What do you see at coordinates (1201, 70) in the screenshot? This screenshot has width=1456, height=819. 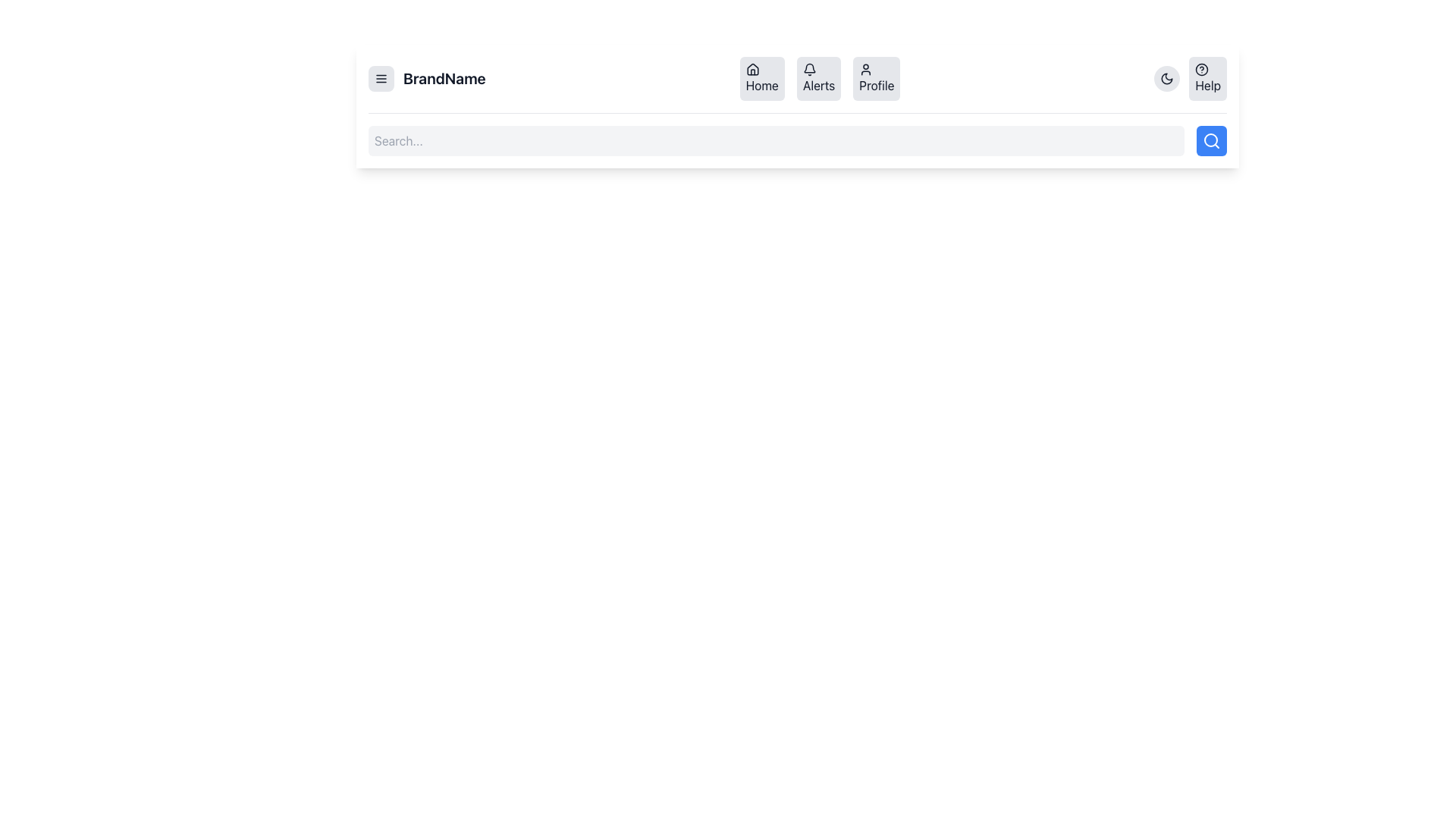 I see `the 'Help' icon located in the top-right corner of the interface, which is a circular icon to the left of the 'Help' label` at bounding box center [1201, 70].